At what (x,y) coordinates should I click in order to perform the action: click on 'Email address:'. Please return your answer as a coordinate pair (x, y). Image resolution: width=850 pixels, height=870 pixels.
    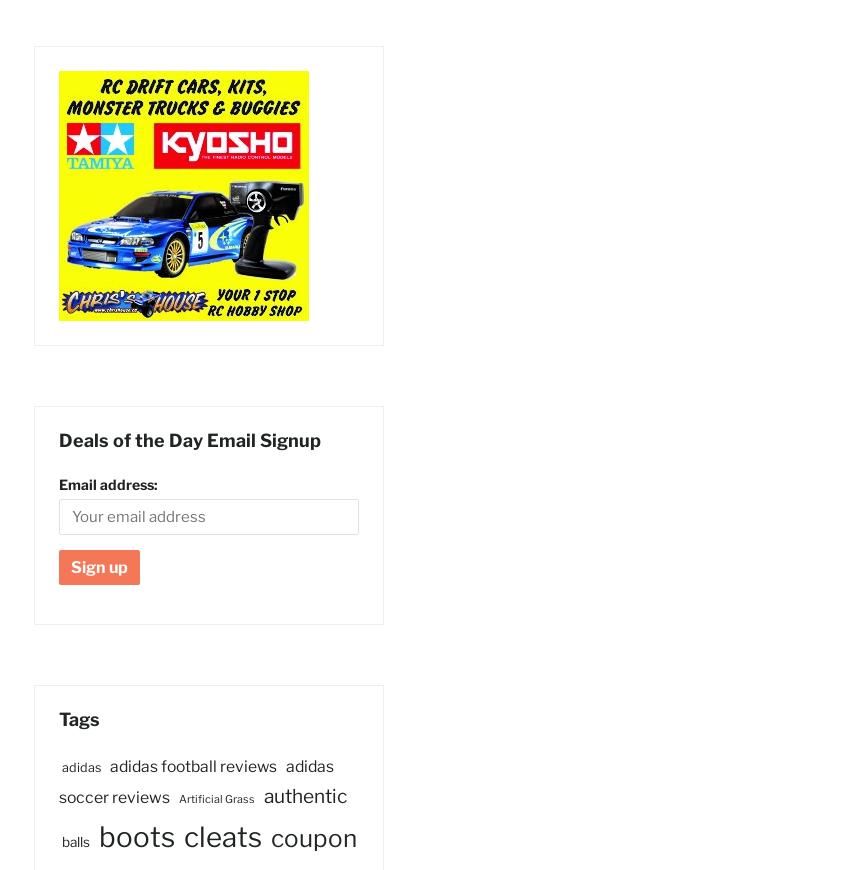
    Looking at the image, I should click on (58, 482).